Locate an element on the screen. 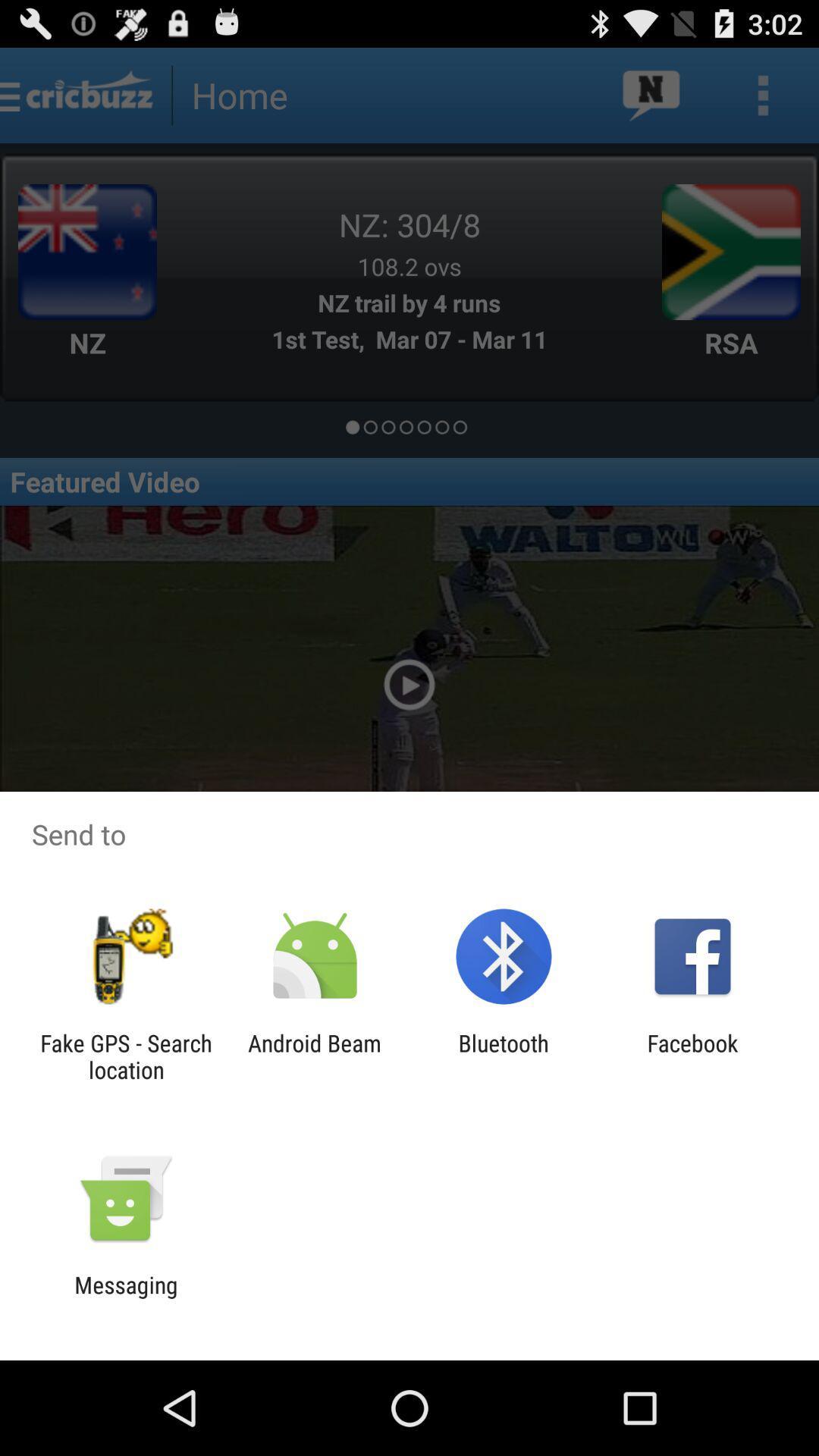 Image resolution: width=819 pixels, height=1456 pixels. item to the right of fake gps search app is located at coordinates (314, 1056).